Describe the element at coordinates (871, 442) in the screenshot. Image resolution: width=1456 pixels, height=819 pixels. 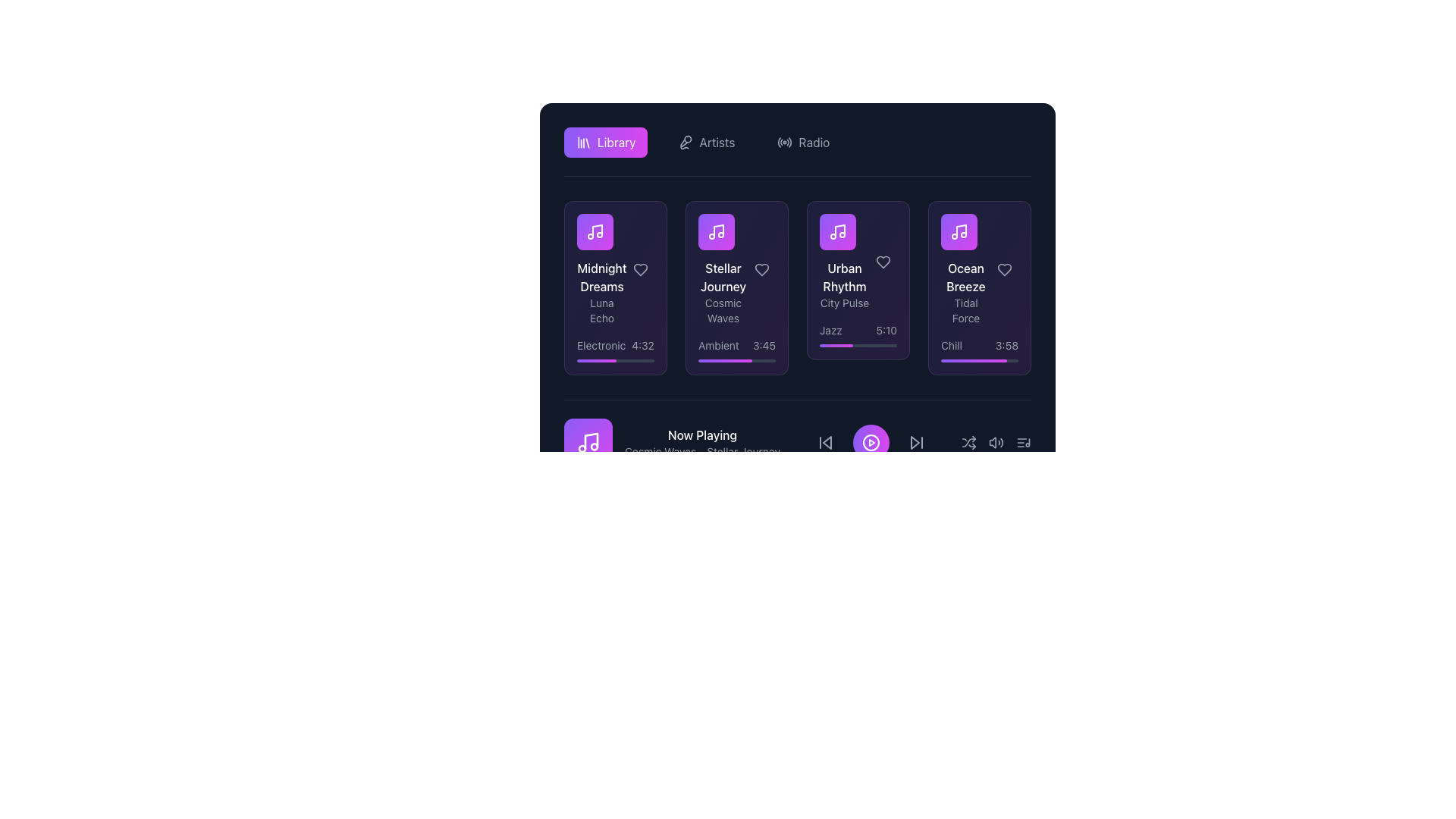
I see `the circular play button featuring a gradient background and a white triangle play icon` at that location.